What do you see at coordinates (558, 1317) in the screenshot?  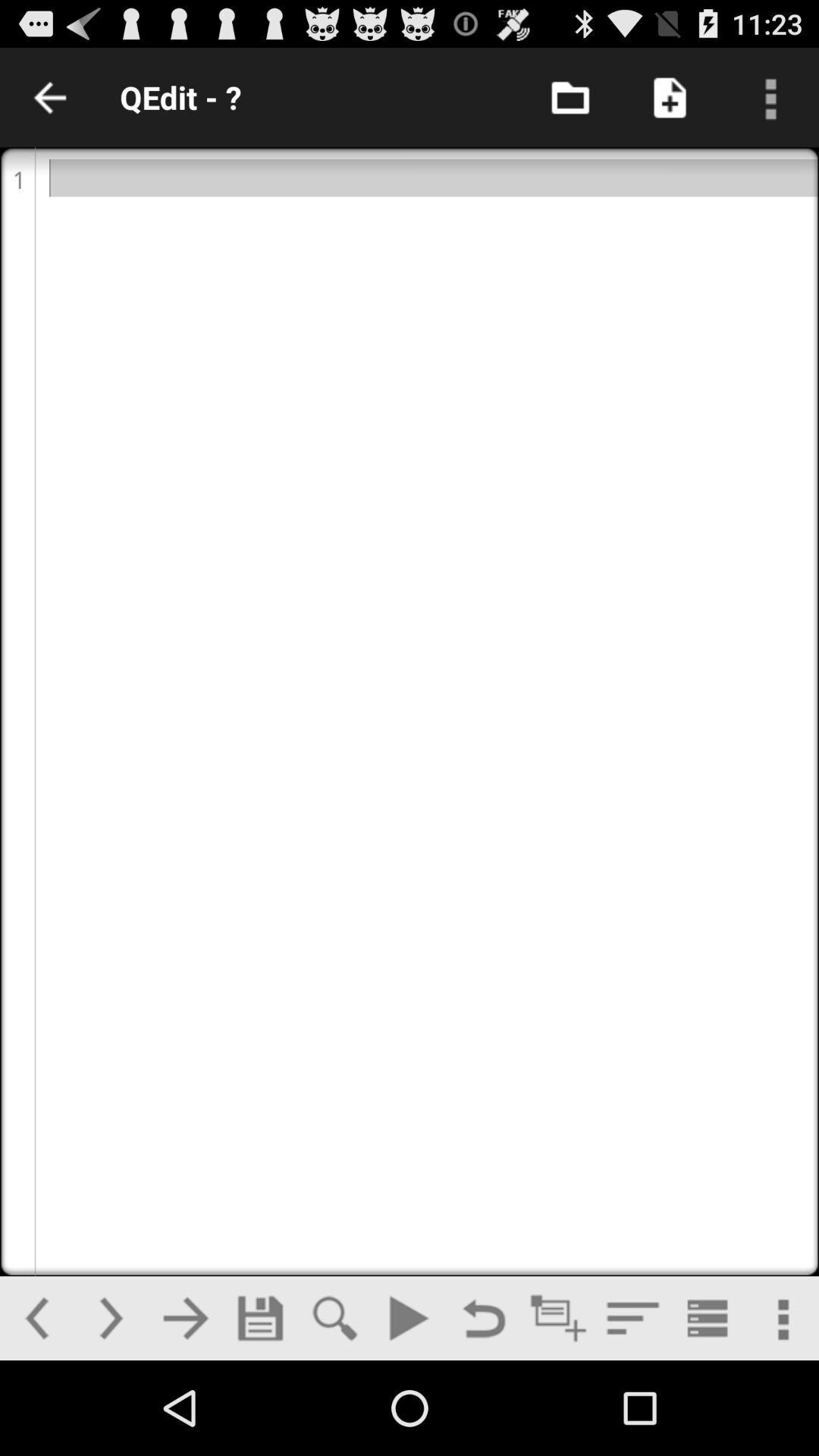 I see `a code` at bounding box center [558, 1317].